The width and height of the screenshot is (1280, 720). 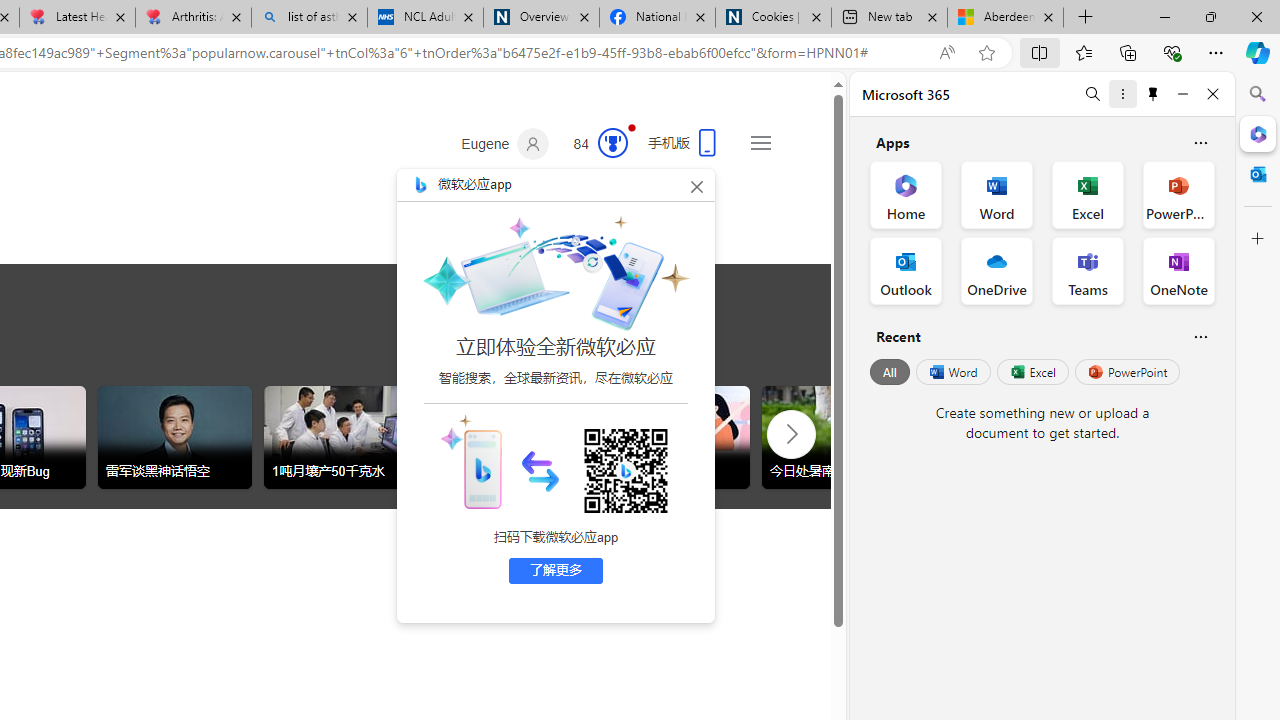 What do you see at coordinates (772, 17) in the screenshot?
I see `'Cookies | About | NICE'` at bounding box center [772, 17].